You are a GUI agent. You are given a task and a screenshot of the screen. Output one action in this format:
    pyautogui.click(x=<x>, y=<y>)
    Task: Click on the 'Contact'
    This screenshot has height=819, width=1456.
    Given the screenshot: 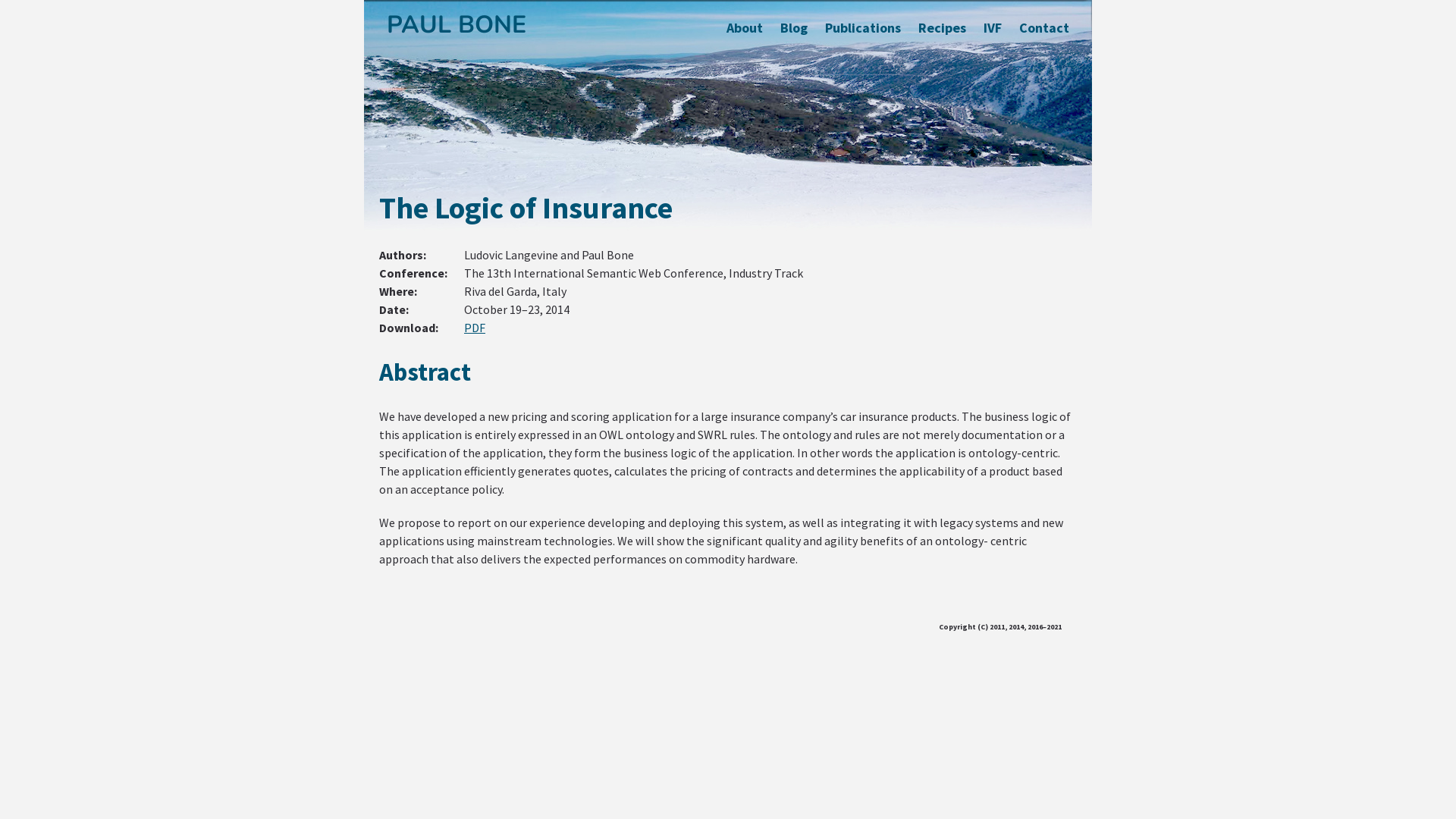 What is the action you would take?
    pyautogui.click(x=1043, y=27)
    